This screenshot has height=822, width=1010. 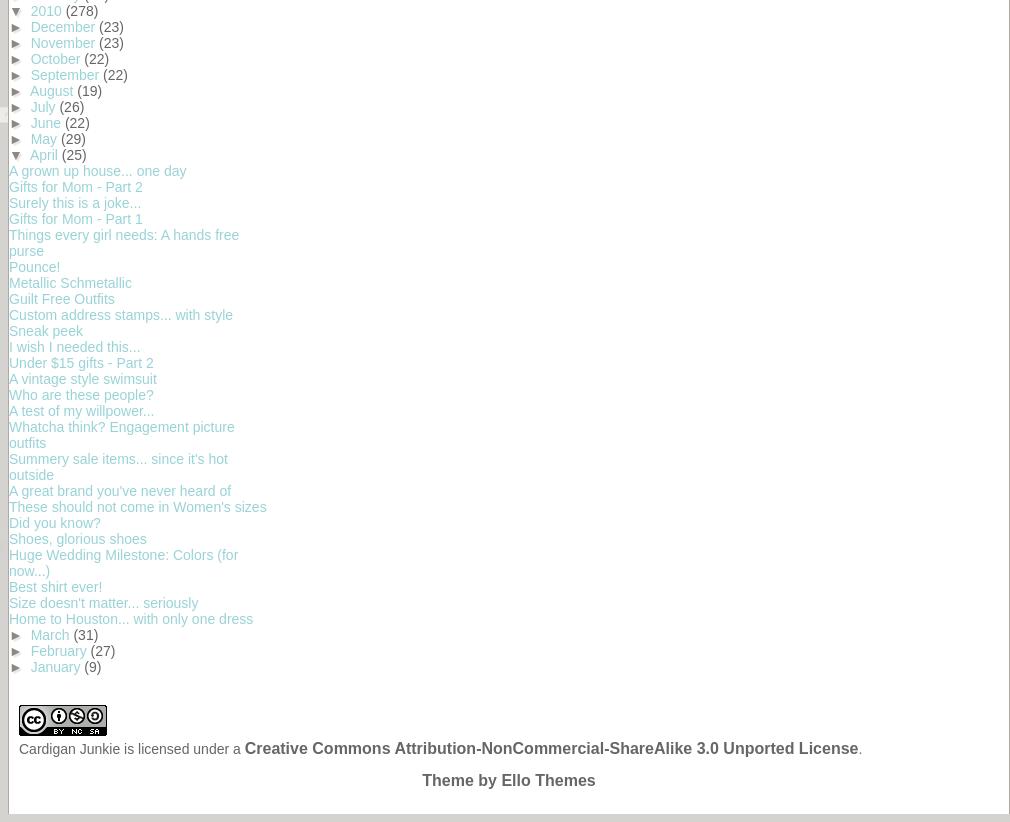 What do you see at coordinates (55, 59) in the screenshot?
I see `'October'` at bounding box center [55, 59].